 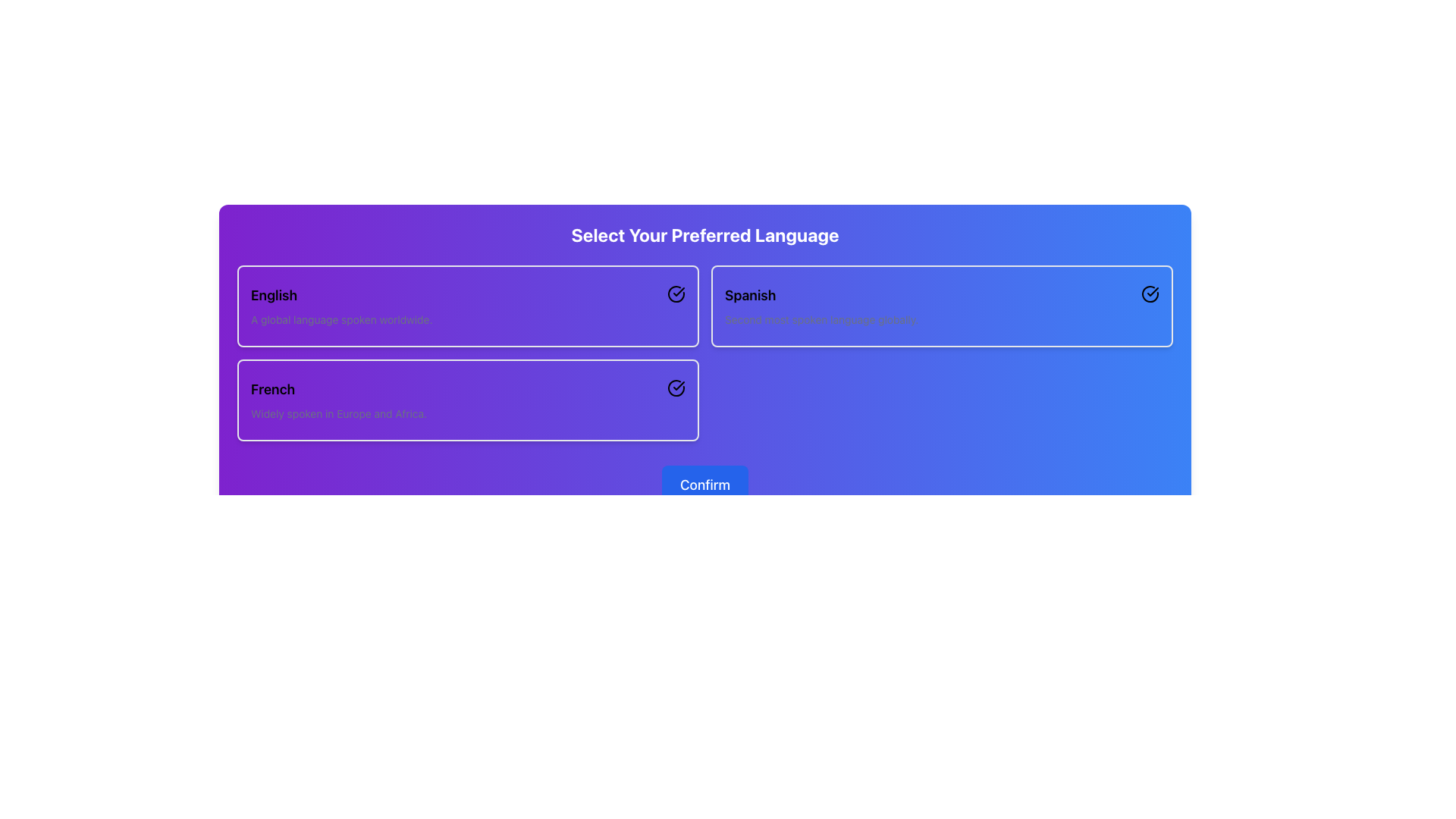 I want to click on the text label displaying 'Second most spoken language globally.' which is located below the 'Spanish' text in a bordered selection card on a blue-to-purple gradient background, so click(x=821, y=318).